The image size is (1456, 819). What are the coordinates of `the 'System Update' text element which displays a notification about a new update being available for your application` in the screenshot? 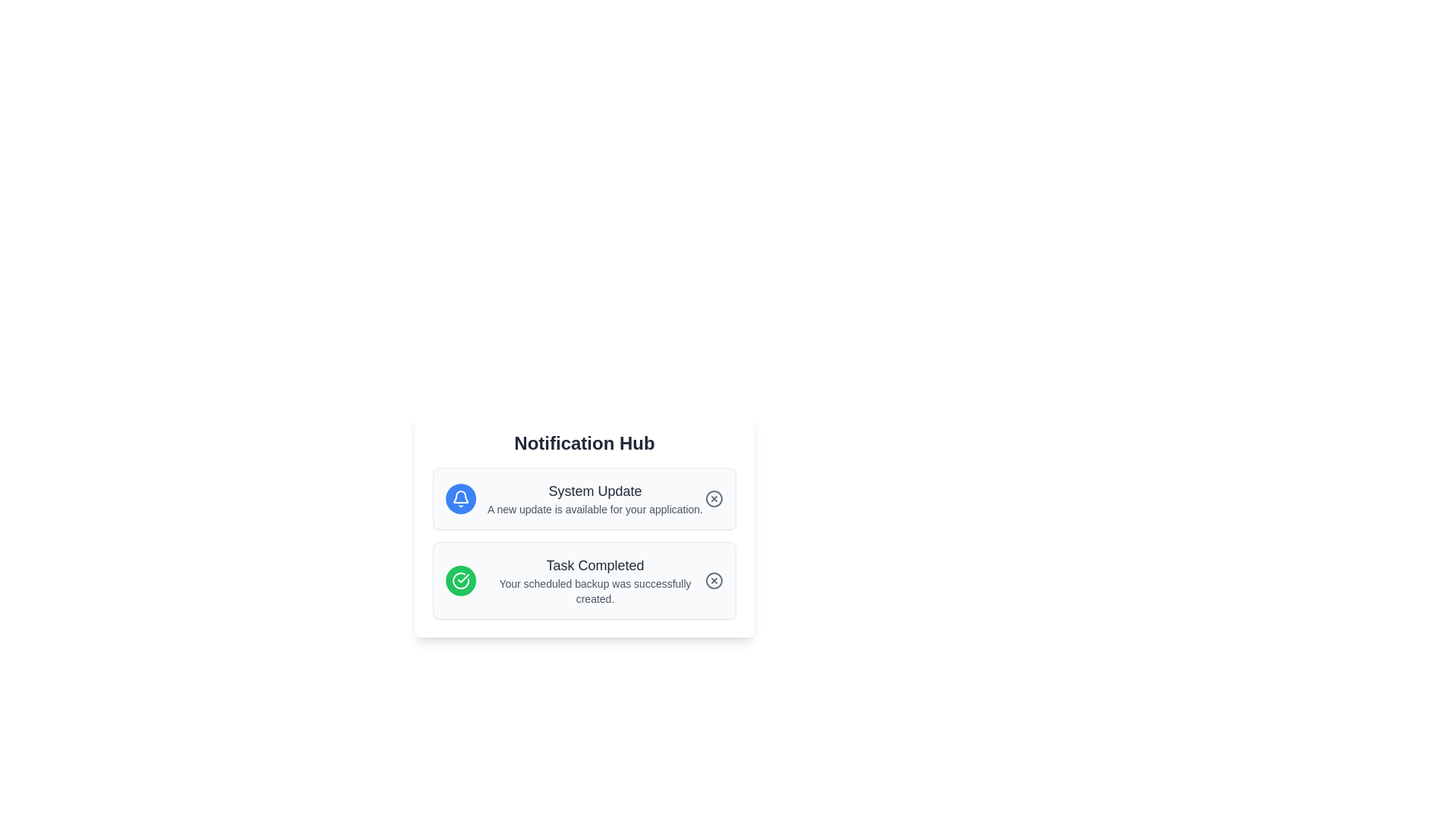 It's located at (595, 499).